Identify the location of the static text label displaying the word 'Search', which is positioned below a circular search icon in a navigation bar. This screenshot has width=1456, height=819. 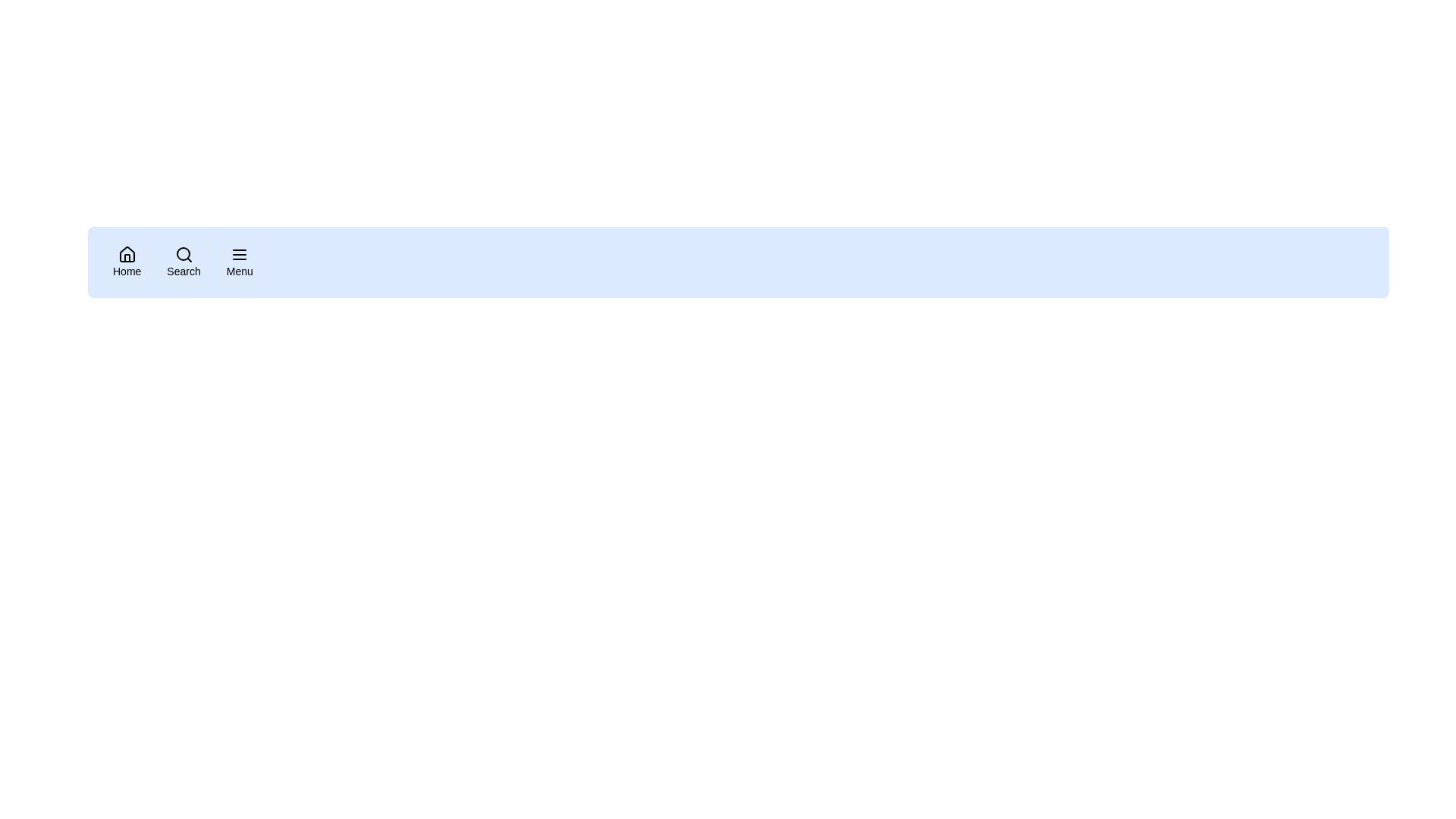
(183, 271).